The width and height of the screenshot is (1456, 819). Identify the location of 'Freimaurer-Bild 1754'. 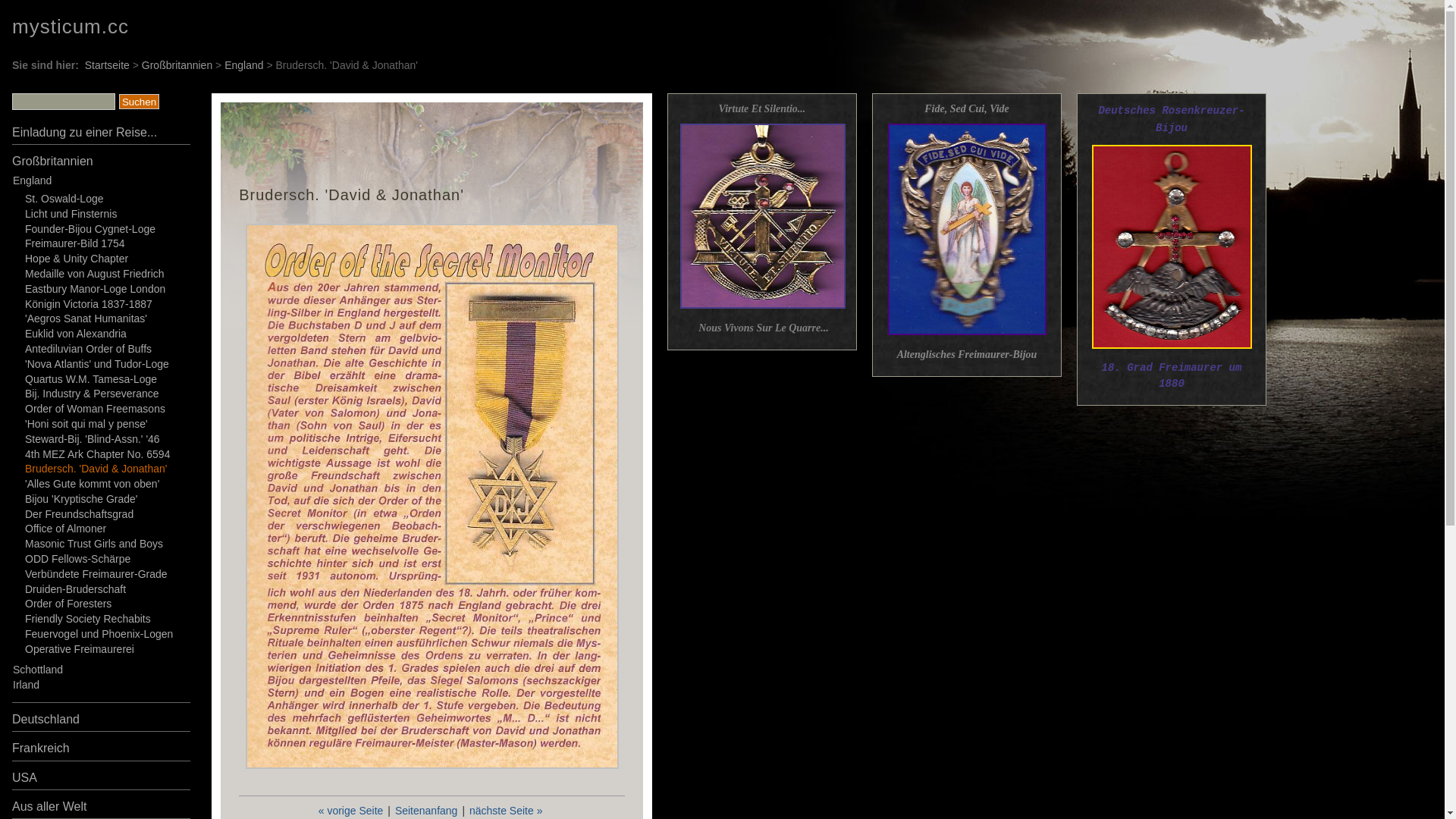
(74, 242).